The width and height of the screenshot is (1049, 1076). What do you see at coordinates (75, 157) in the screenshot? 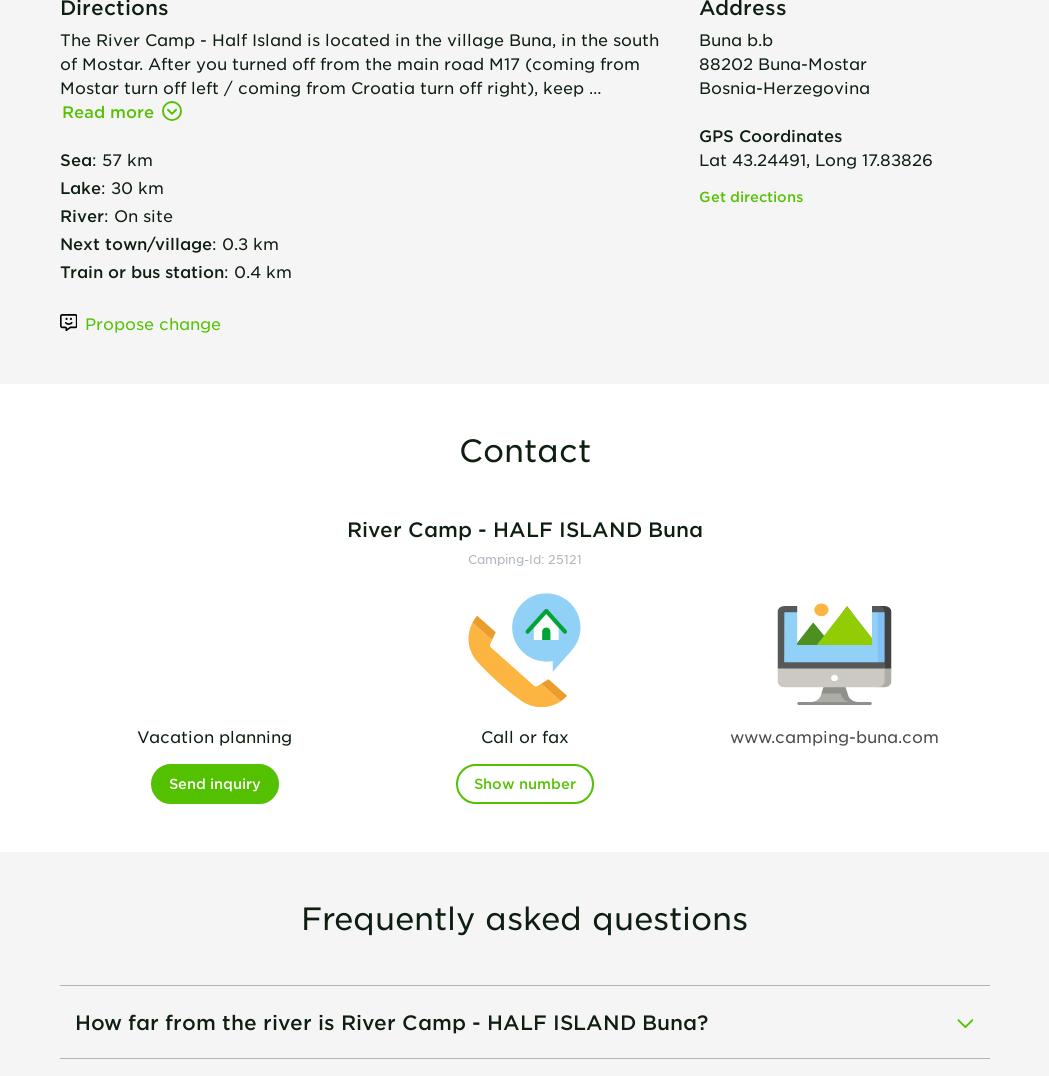
I see `'Sea'` at bounding box center [75, 157].